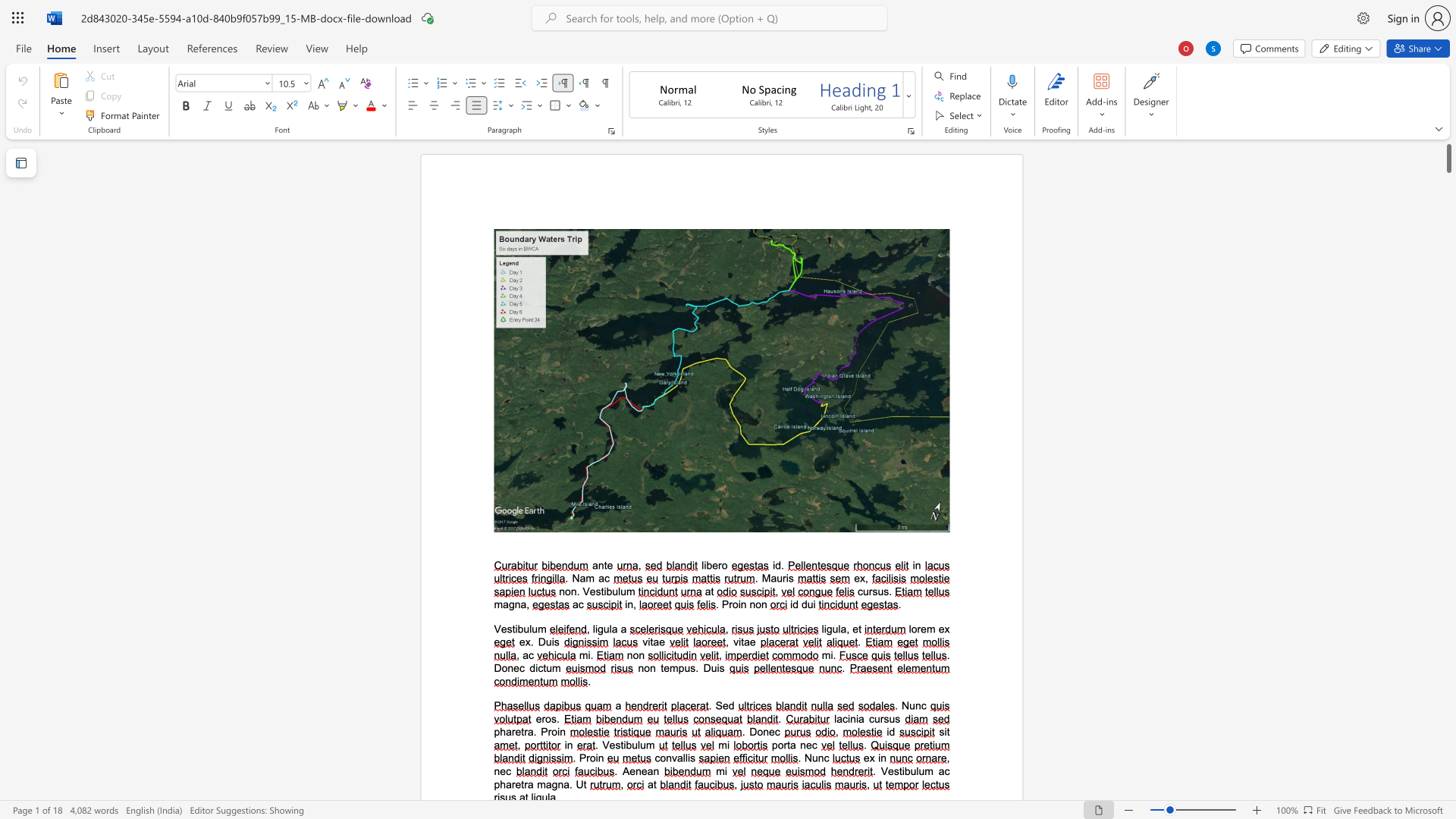 The image size is (1456, 819). What do you see at coordinates (507, 629) in the screenshot?
I see `the space between the continuous character "e" and "s" in the text` at bounding box center [507, 629].